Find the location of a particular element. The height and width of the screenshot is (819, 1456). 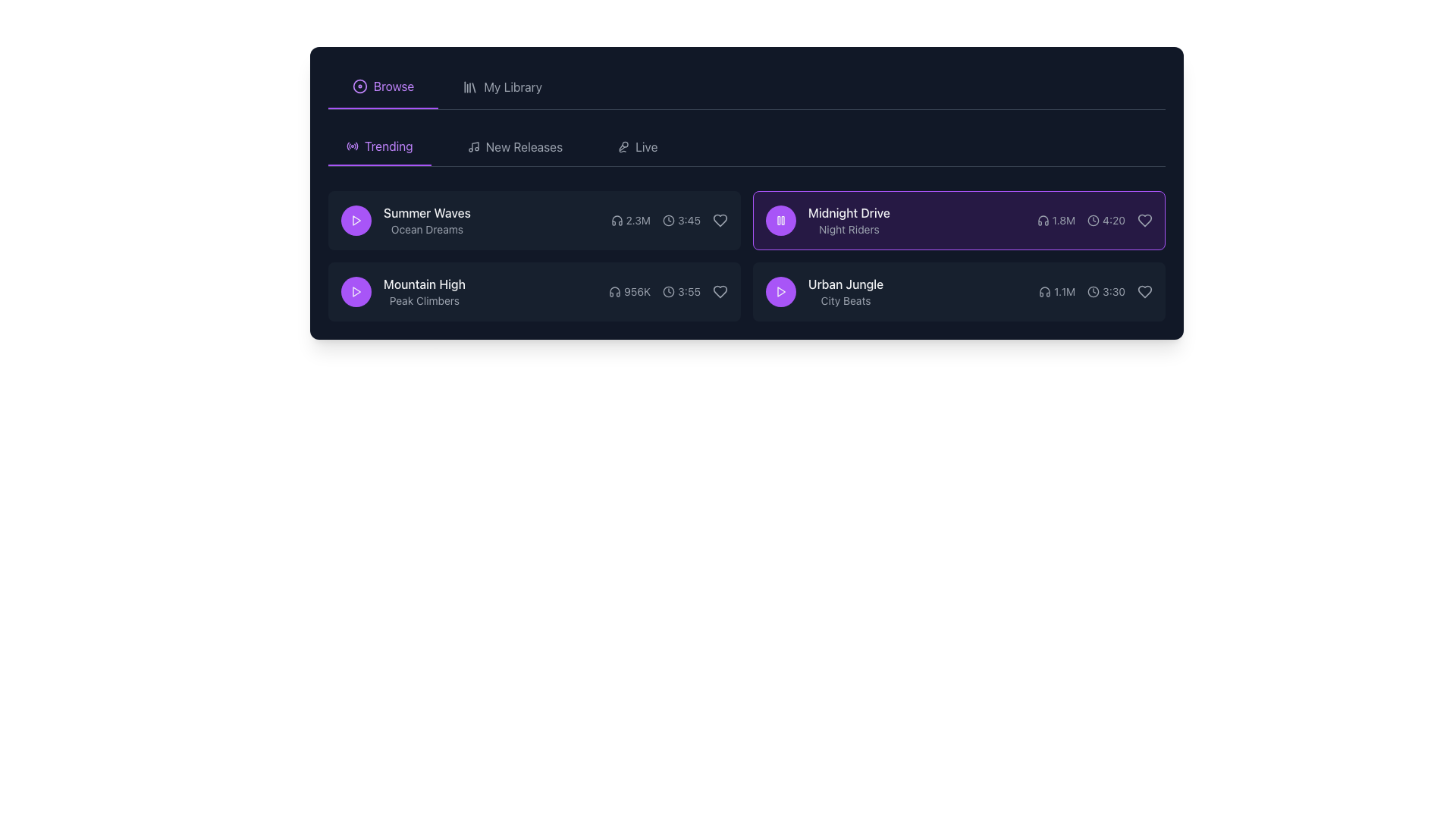

the 'Trending' icon located at the leftmost side of the 'Trending' tab, which visually represents the 'Trending' feature is located at coordinates (352, 146).